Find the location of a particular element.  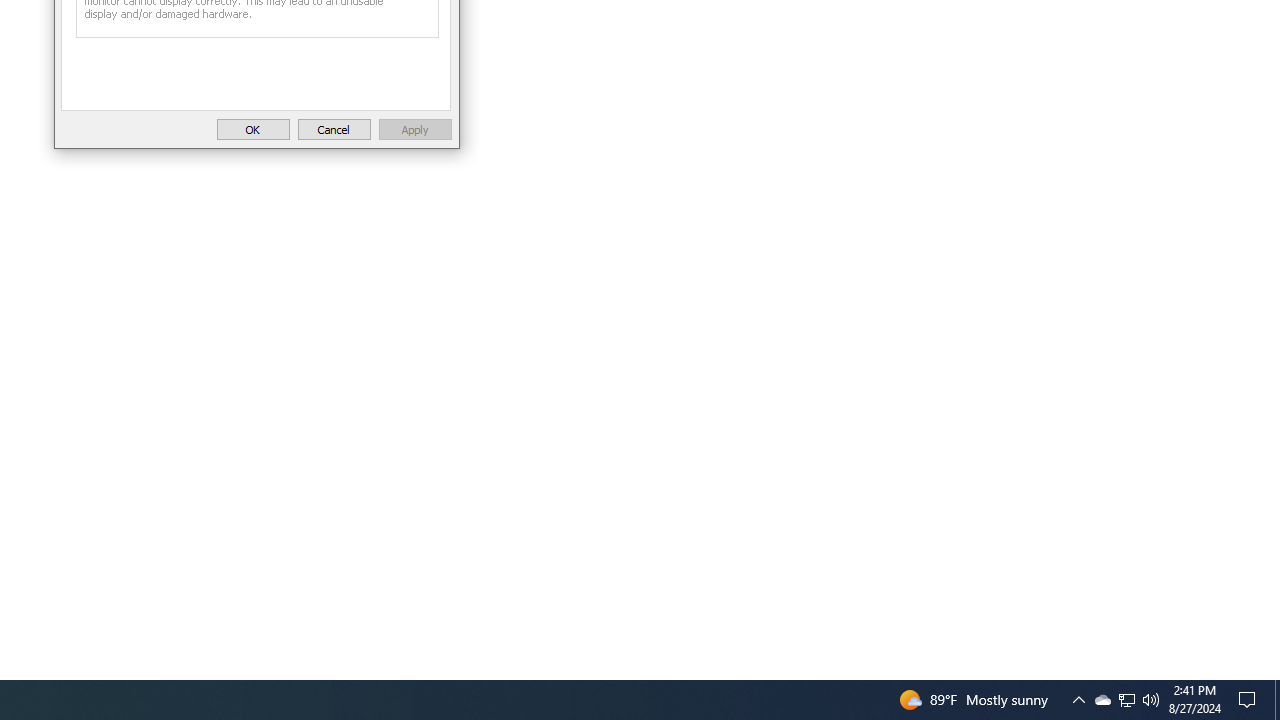

'User Promoted Notification Area' is located at coordinates (1127, 698).